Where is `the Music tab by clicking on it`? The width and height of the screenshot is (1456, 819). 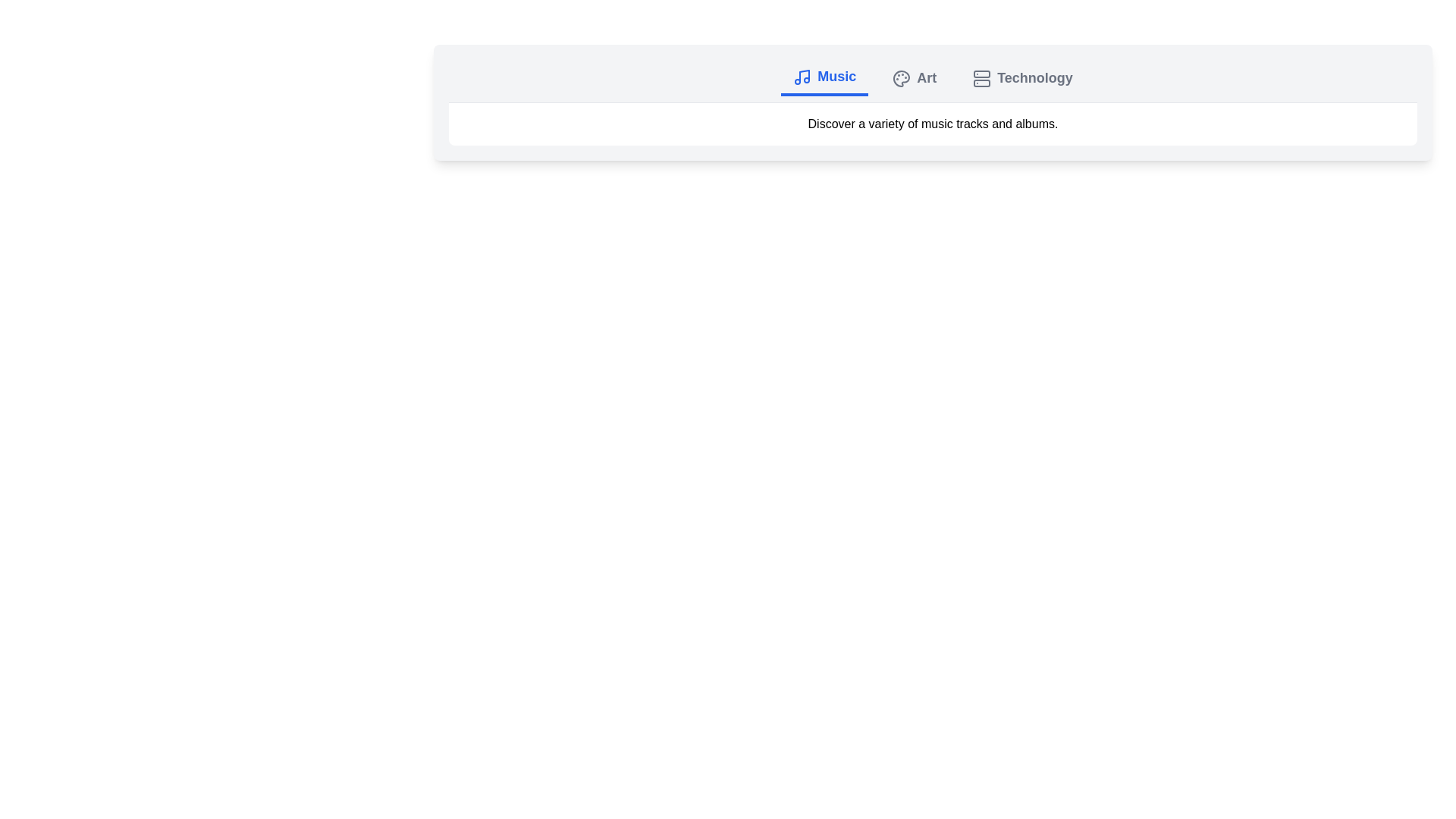 the Music tab by clicking on it is located at coordinates (824, 78).